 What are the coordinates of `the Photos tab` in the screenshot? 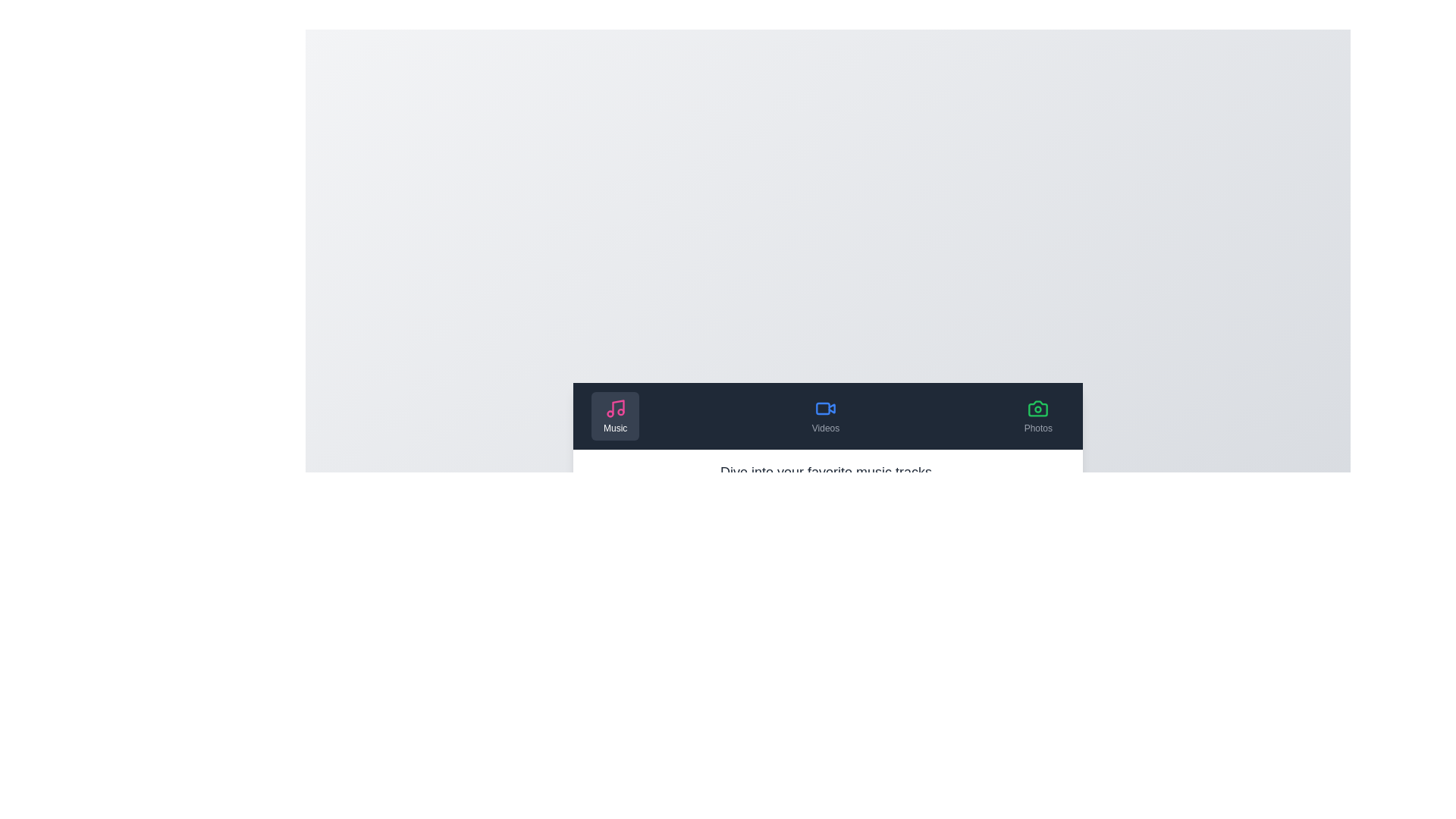 It's located at (1037, 416).